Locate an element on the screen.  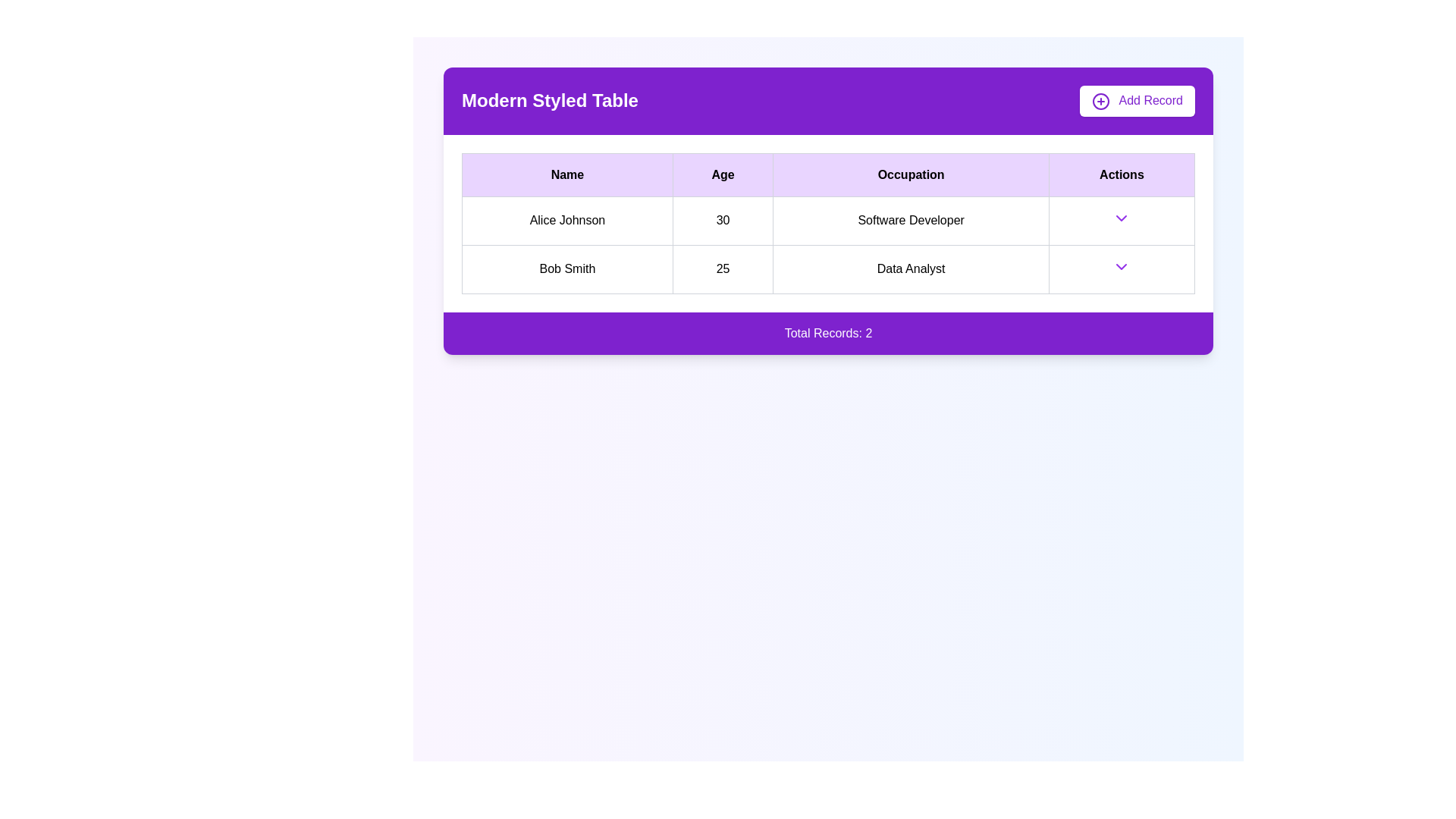
the text displaying 'Software Developer' which is centered in a rectangular space with a gray outline, located in the third cell of the table row under the 'Occupation' header is located at coordinates (910, 221).